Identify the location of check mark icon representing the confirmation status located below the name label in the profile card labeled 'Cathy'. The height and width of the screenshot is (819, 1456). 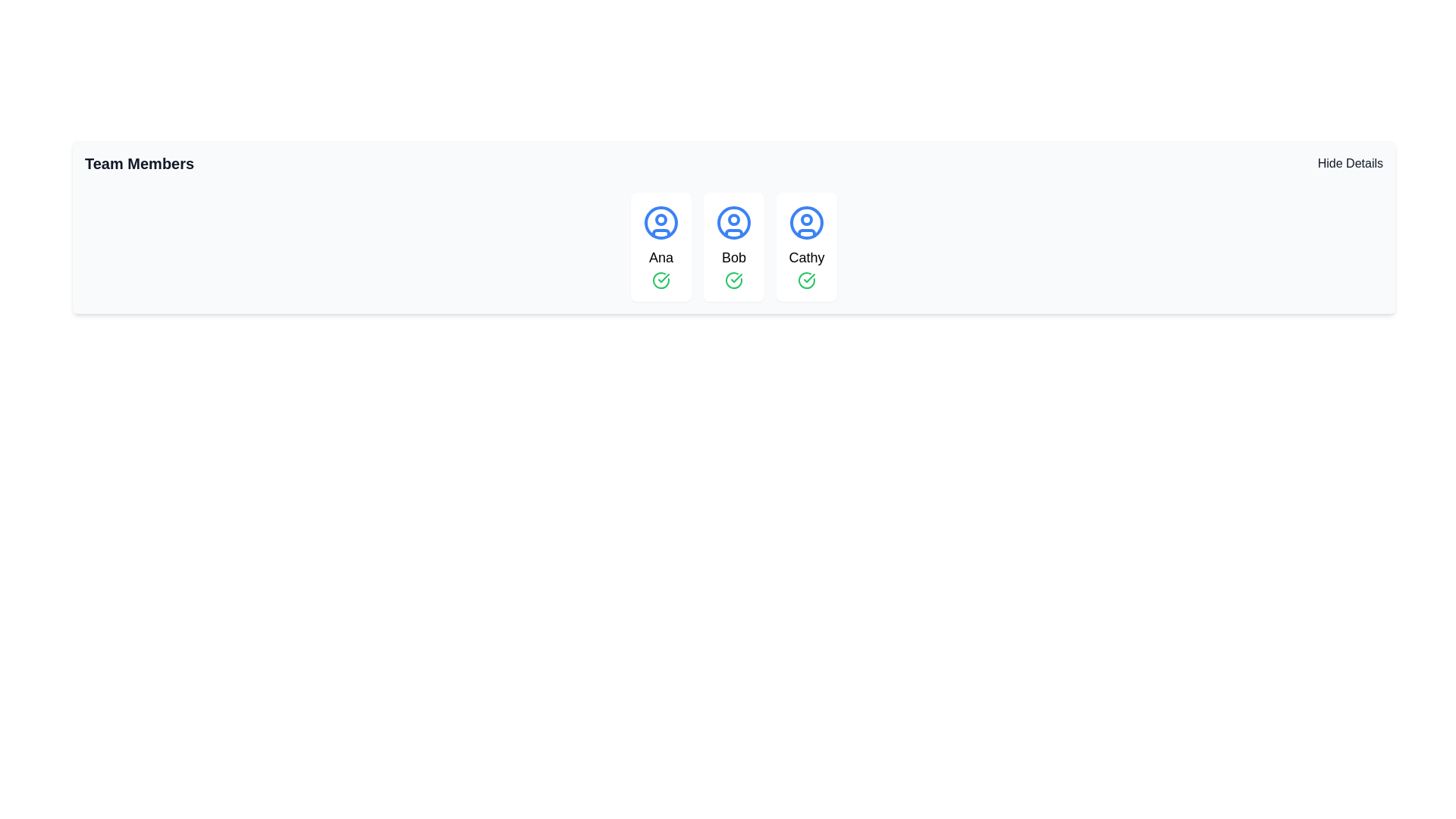
(806, 281).